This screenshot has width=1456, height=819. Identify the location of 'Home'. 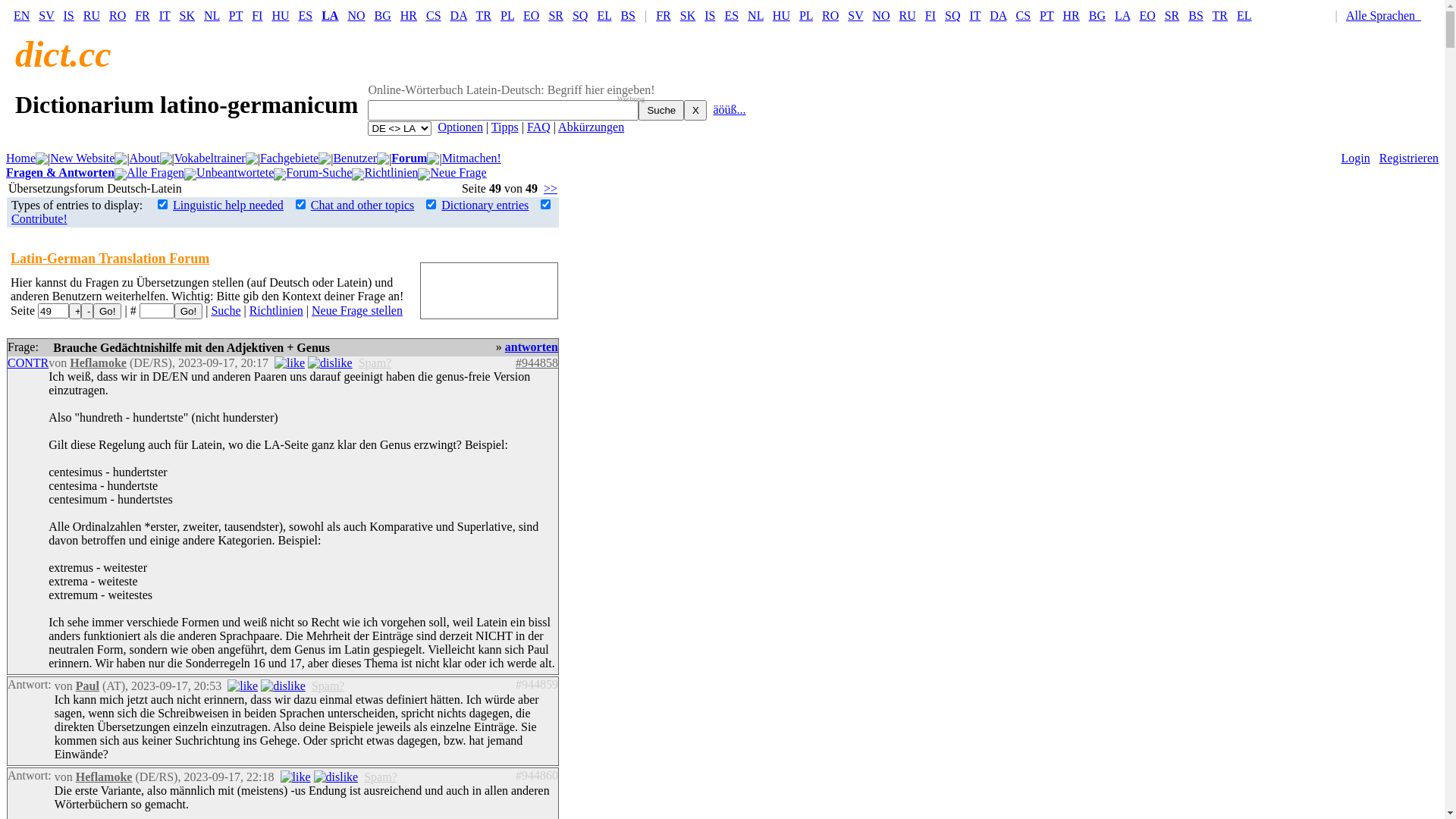
(20, 158).